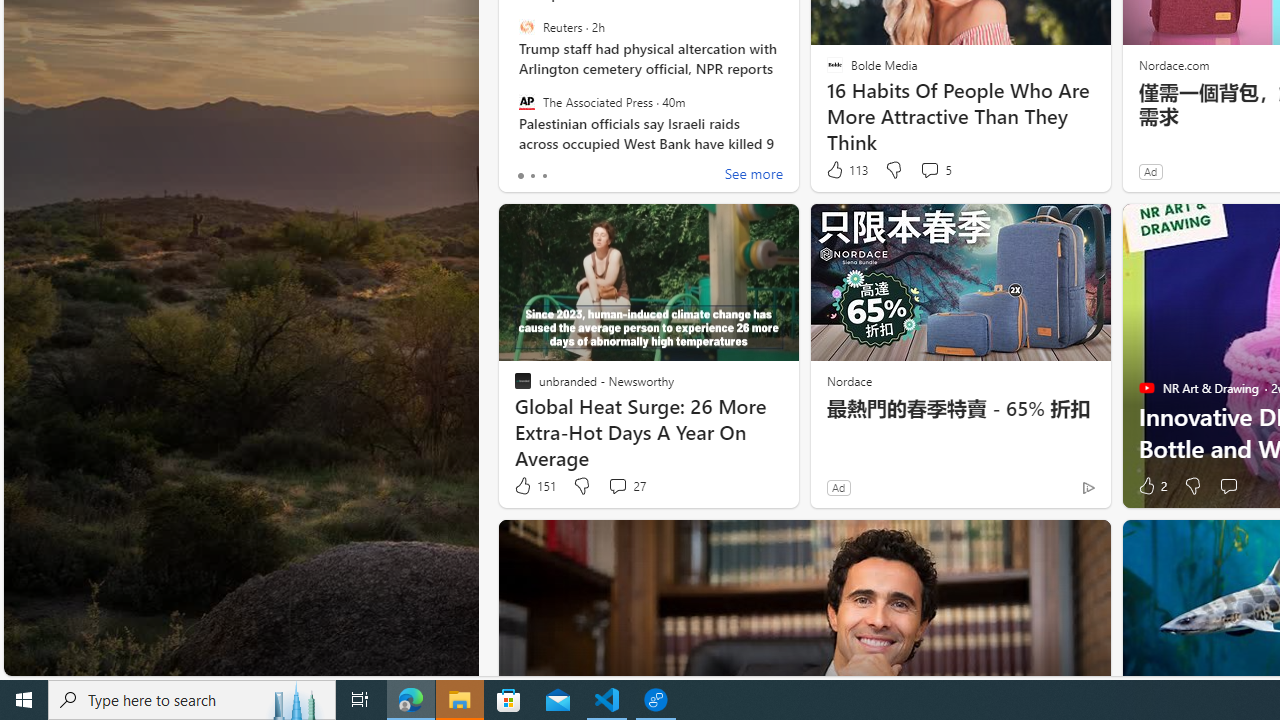 This screenshot has width=1280, height=720. What do you see at coordinates (526, 101) in the screenshot?
I see `'The Associated Press'` at bounding box center [526, 101].